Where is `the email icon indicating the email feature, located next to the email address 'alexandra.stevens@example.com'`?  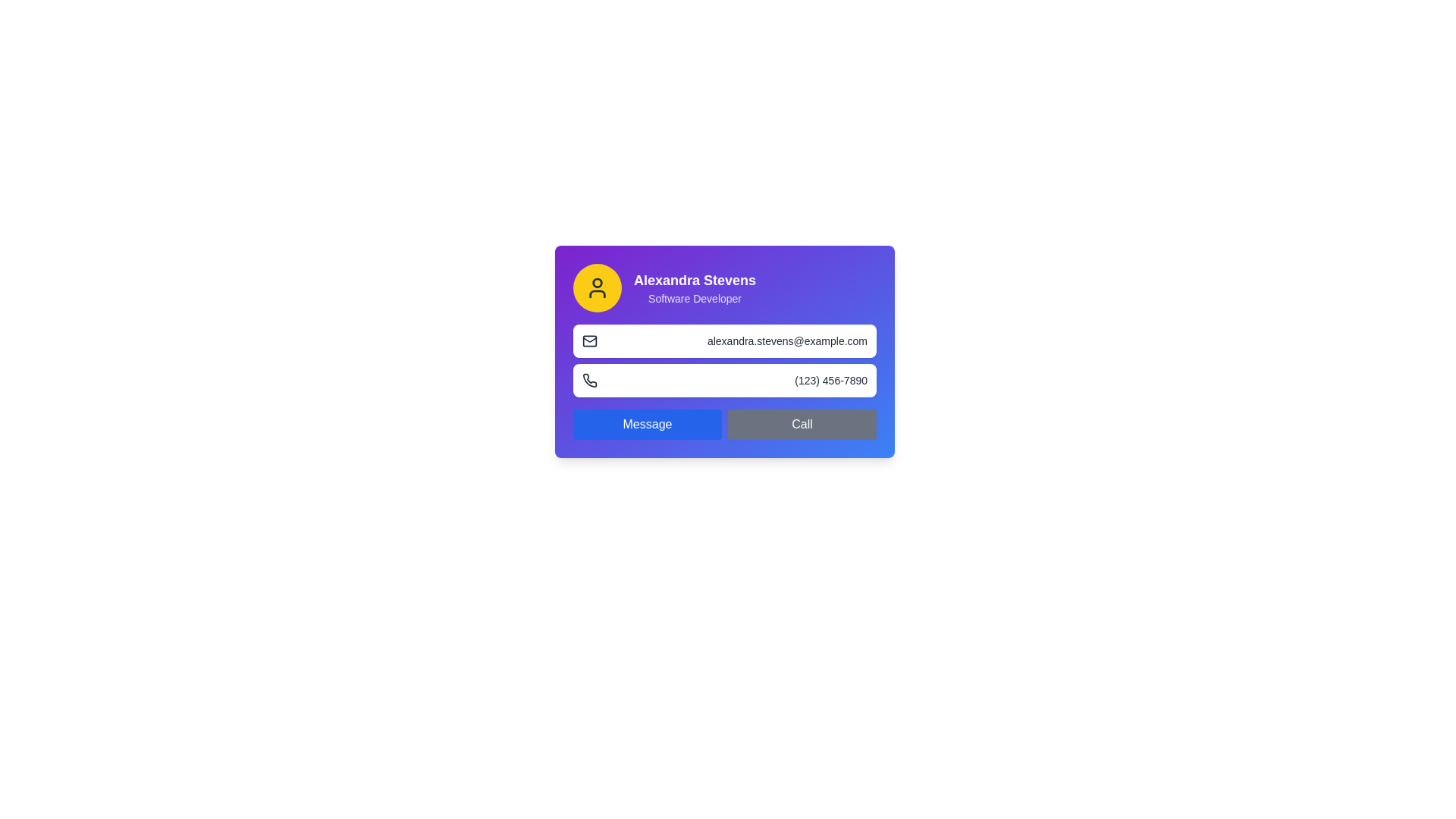
the email icon indicating the email feature, located next to the email address 'alexandra.stevens@example.com' is located at coordinates (588, 341).